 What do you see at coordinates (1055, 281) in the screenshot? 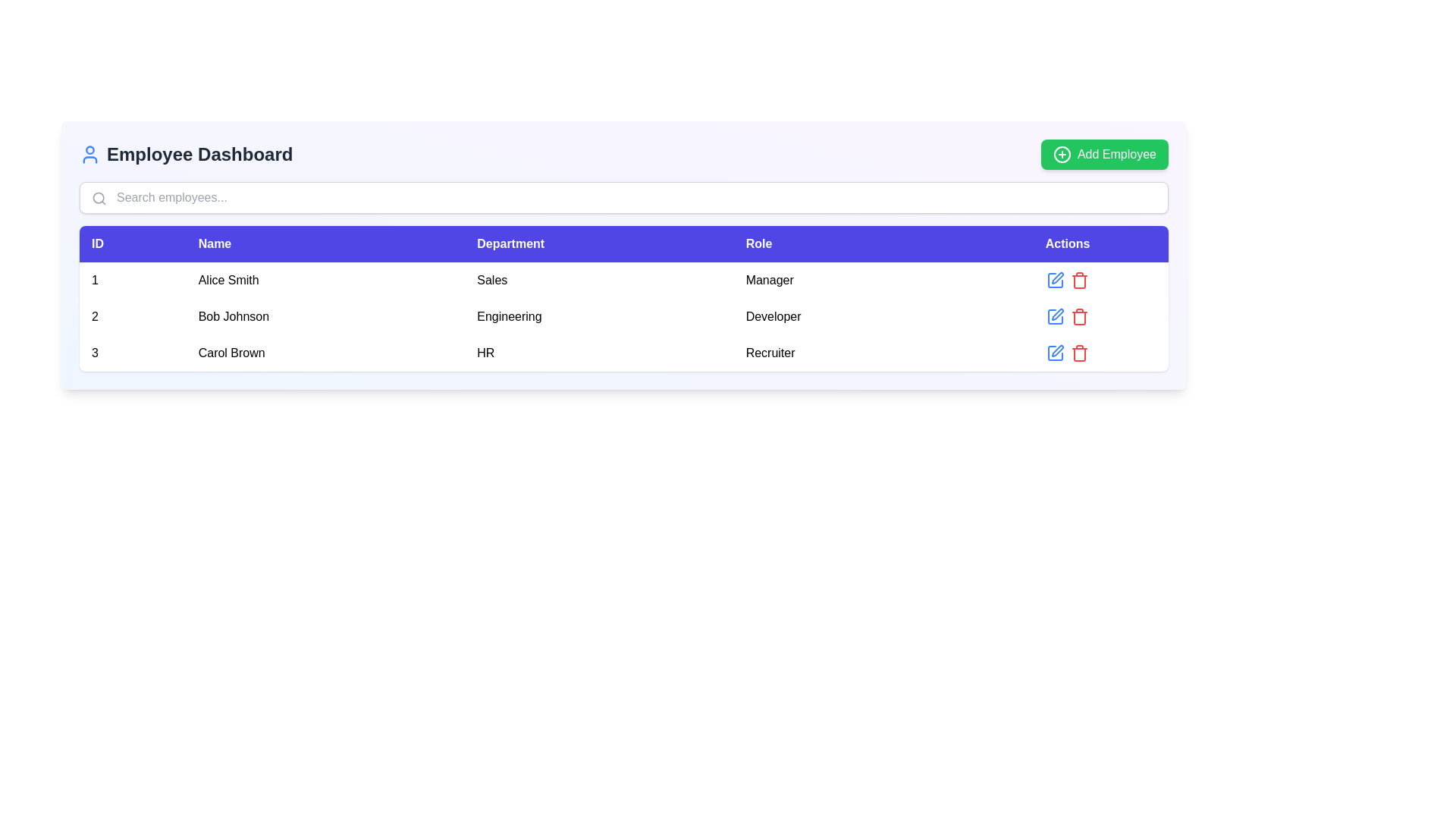
I see `the editing icon button located in the 'Actions' column of the topmost row in the table` at bounding box center [1055, 281].